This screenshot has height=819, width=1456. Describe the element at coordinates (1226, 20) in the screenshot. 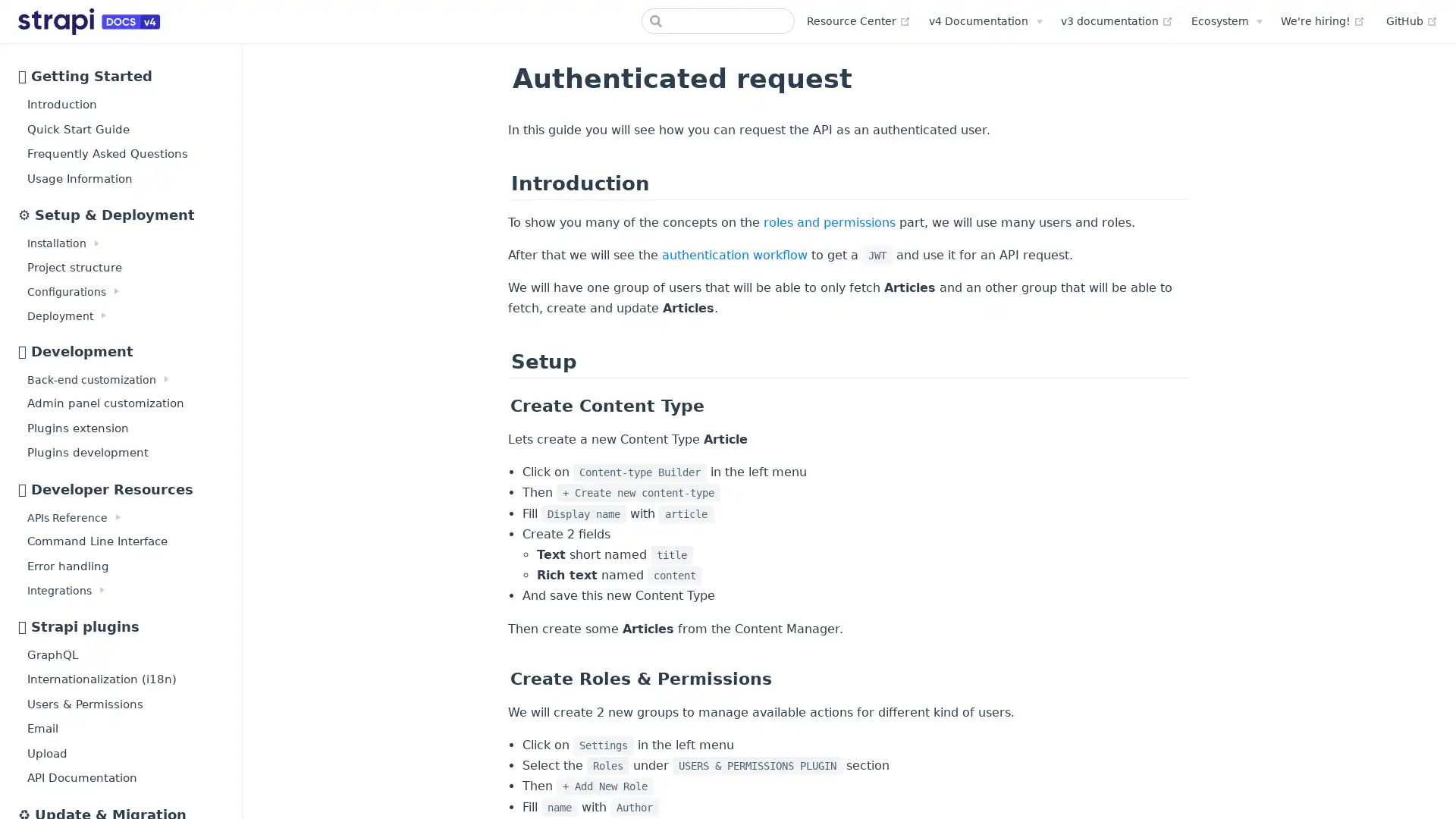

I see `Ecosystem` at that location.